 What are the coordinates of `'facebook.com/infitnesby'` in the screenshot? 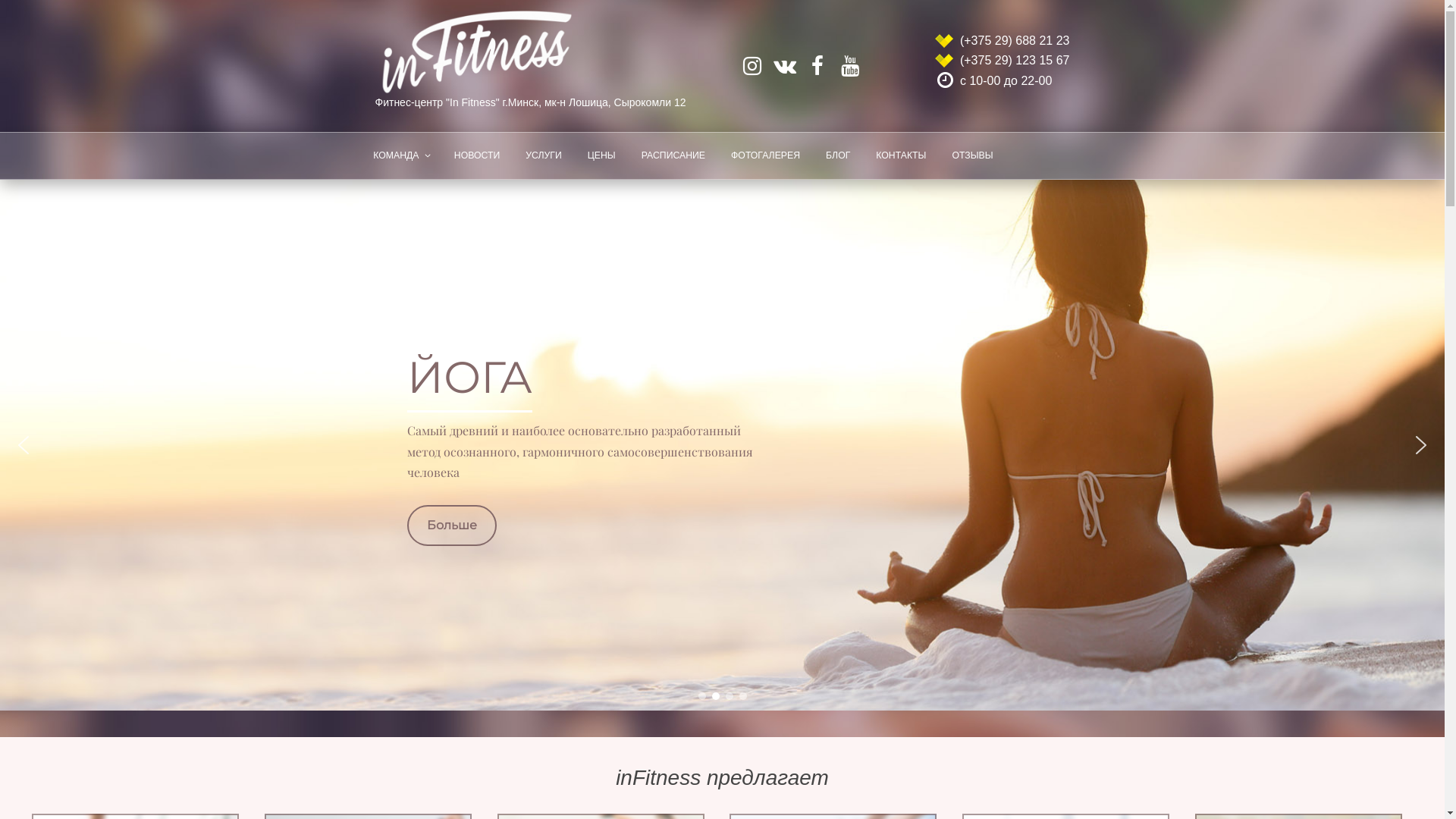 It's located at (816, 65).